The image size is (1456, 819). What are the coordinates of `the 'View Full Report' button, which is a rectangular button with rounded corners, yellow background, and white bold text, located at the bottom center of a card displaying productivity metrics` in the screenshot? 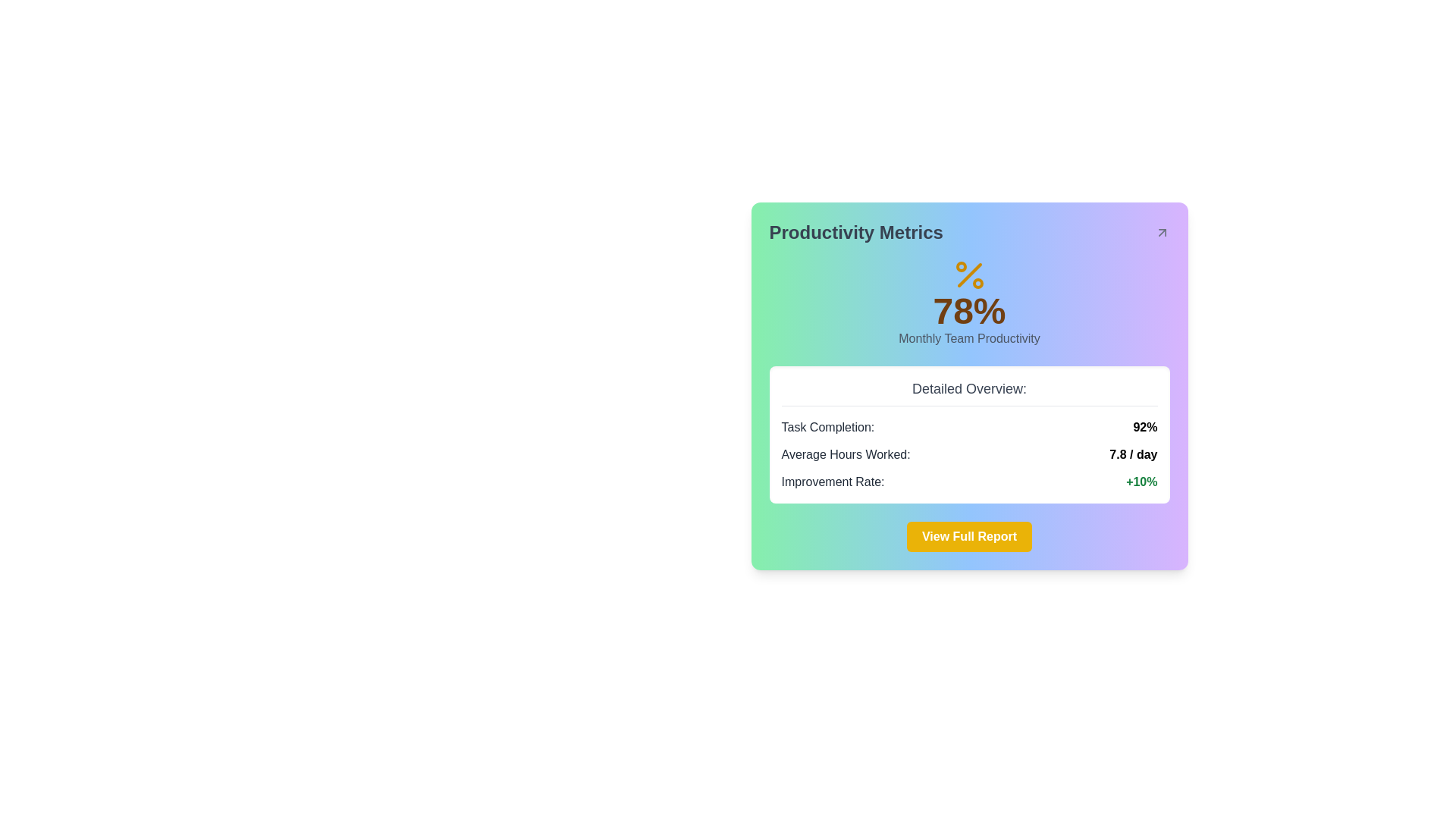 It's located at (968, 536).